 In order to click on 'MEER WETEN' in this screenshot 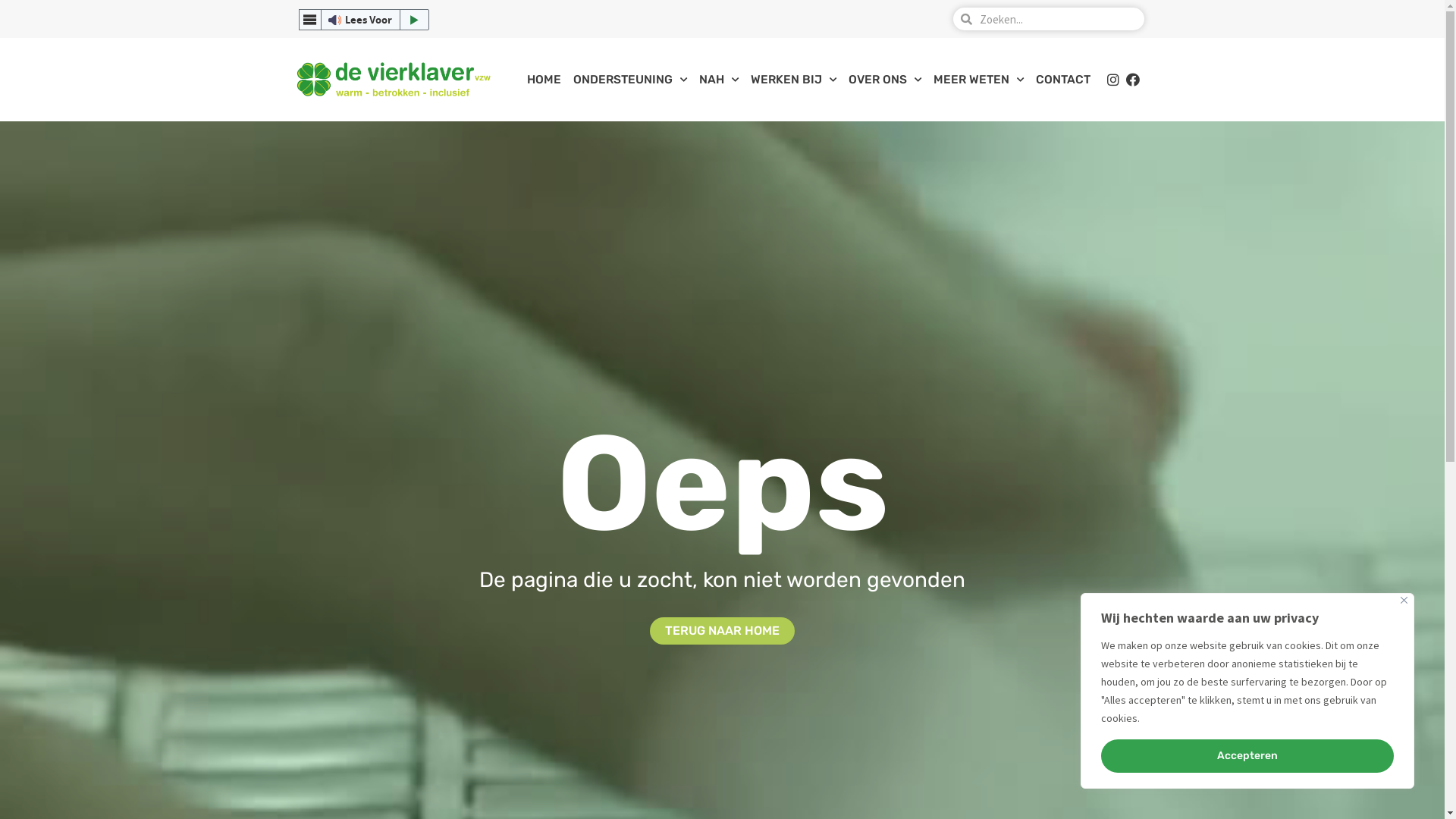, I will do `click(978, 79)`.